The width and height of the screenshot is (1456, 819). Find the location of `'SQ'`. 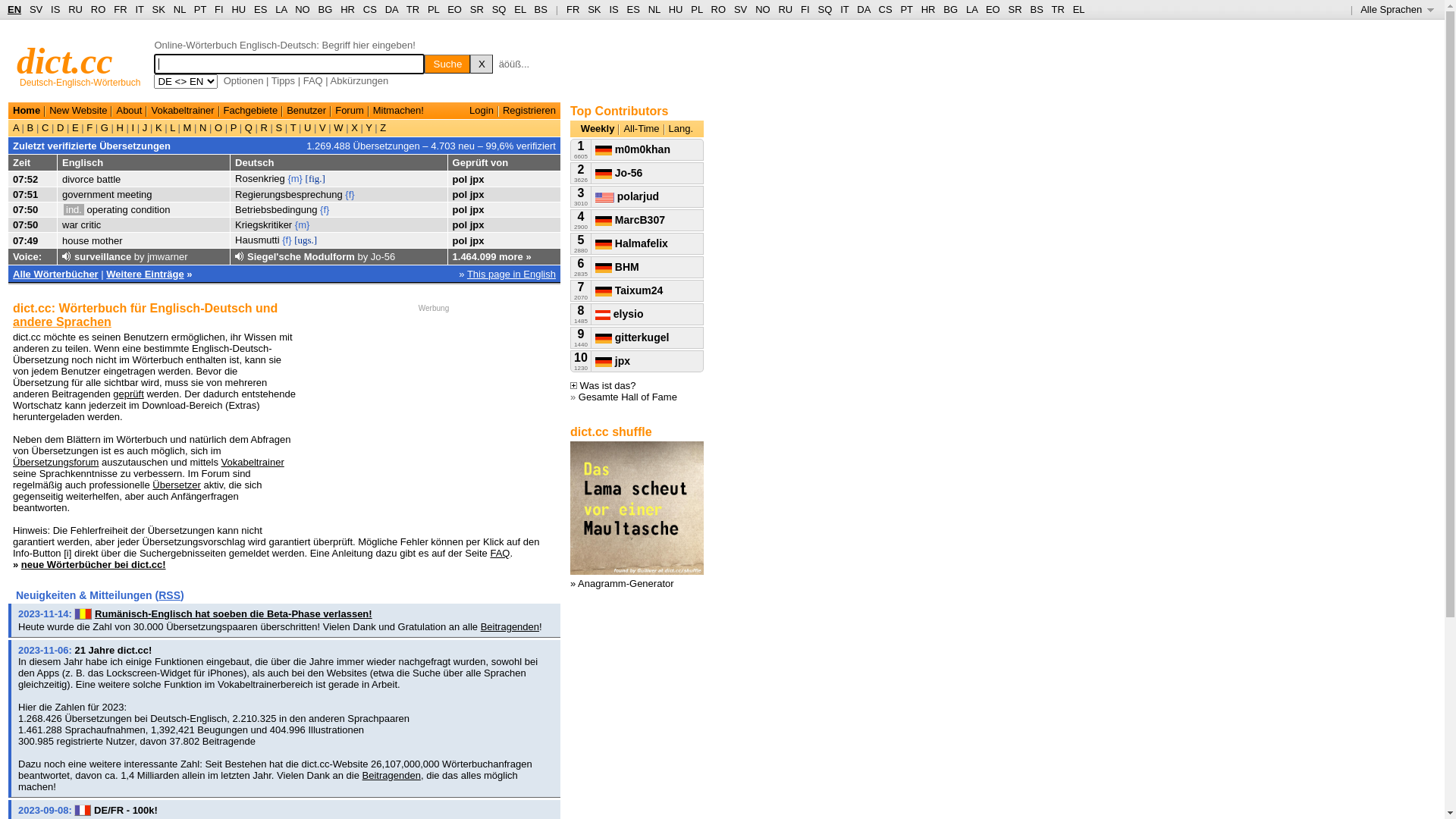

'SQ' is located at coordinates (824, 9).